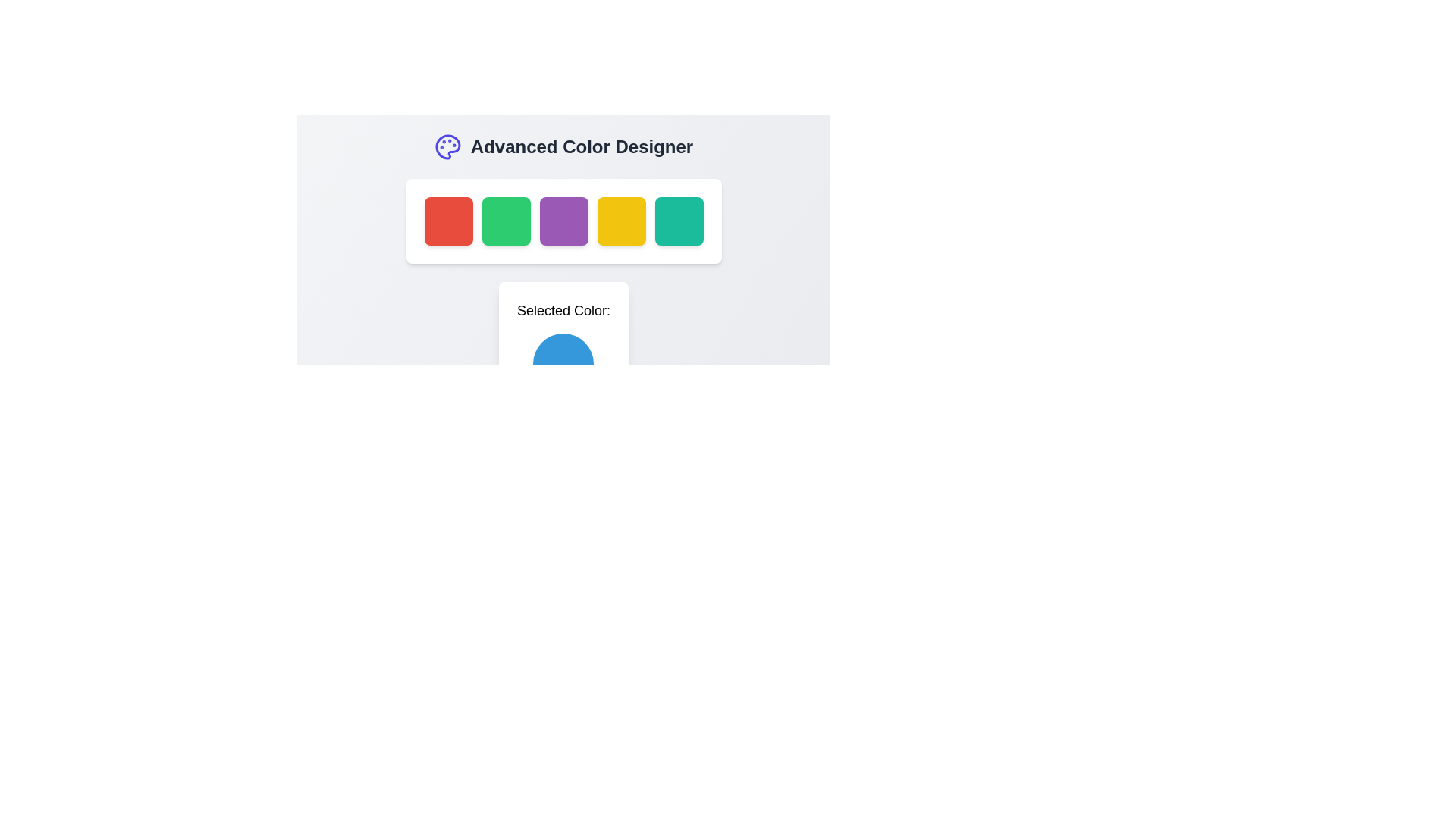  I want to click on the painter's palette icon, which is indigo in color and located to the left of the 'Advanced Color Designer' heading, so click(447, 146).